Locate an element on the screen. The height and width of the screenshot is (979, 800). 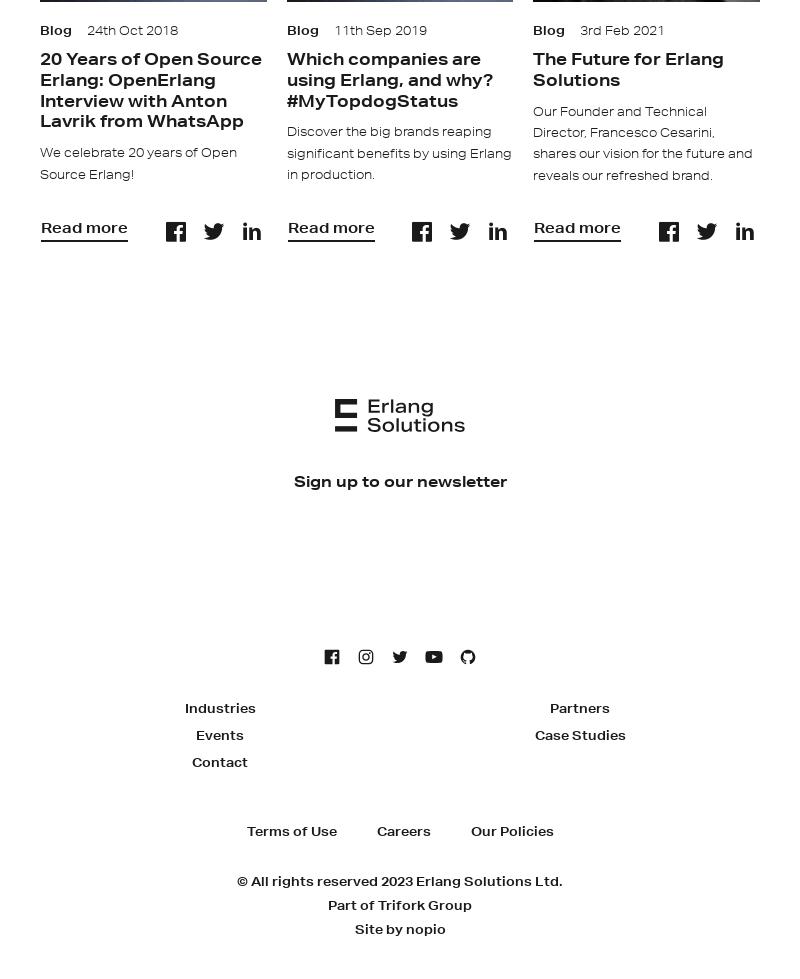
'© All rights reserved 2023 Erlang Solutions Ltd.' is located at coordinates (236, 879).